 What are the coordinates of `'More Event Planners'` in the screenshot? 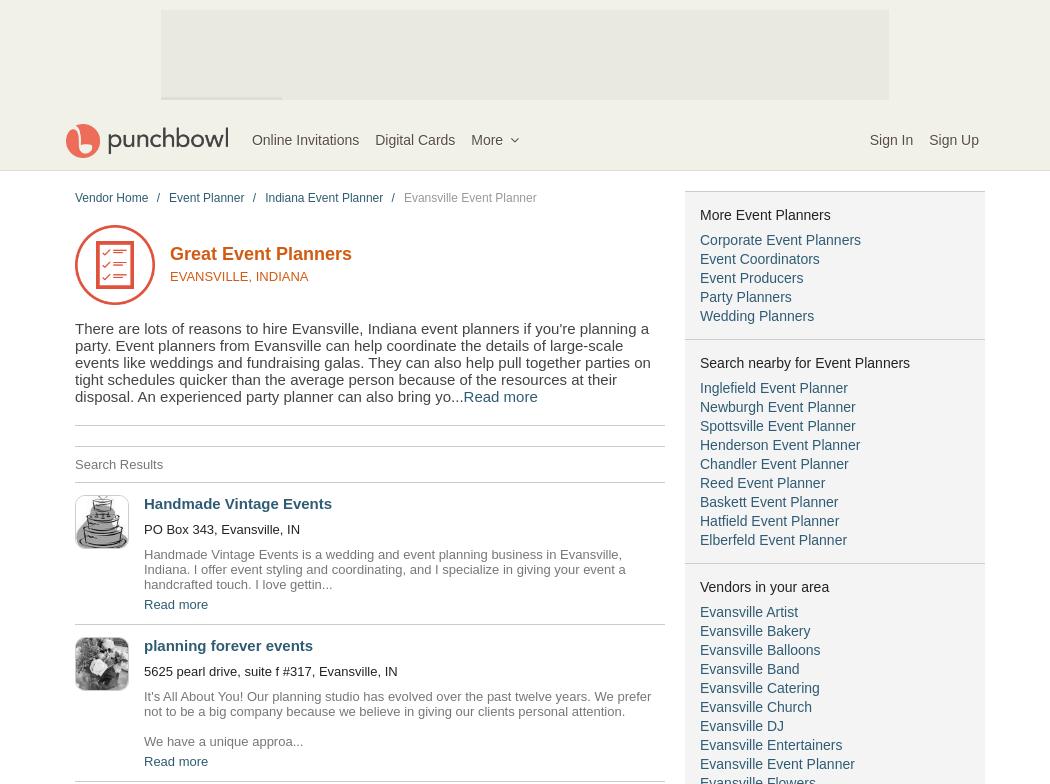 It's located at (765, 214).